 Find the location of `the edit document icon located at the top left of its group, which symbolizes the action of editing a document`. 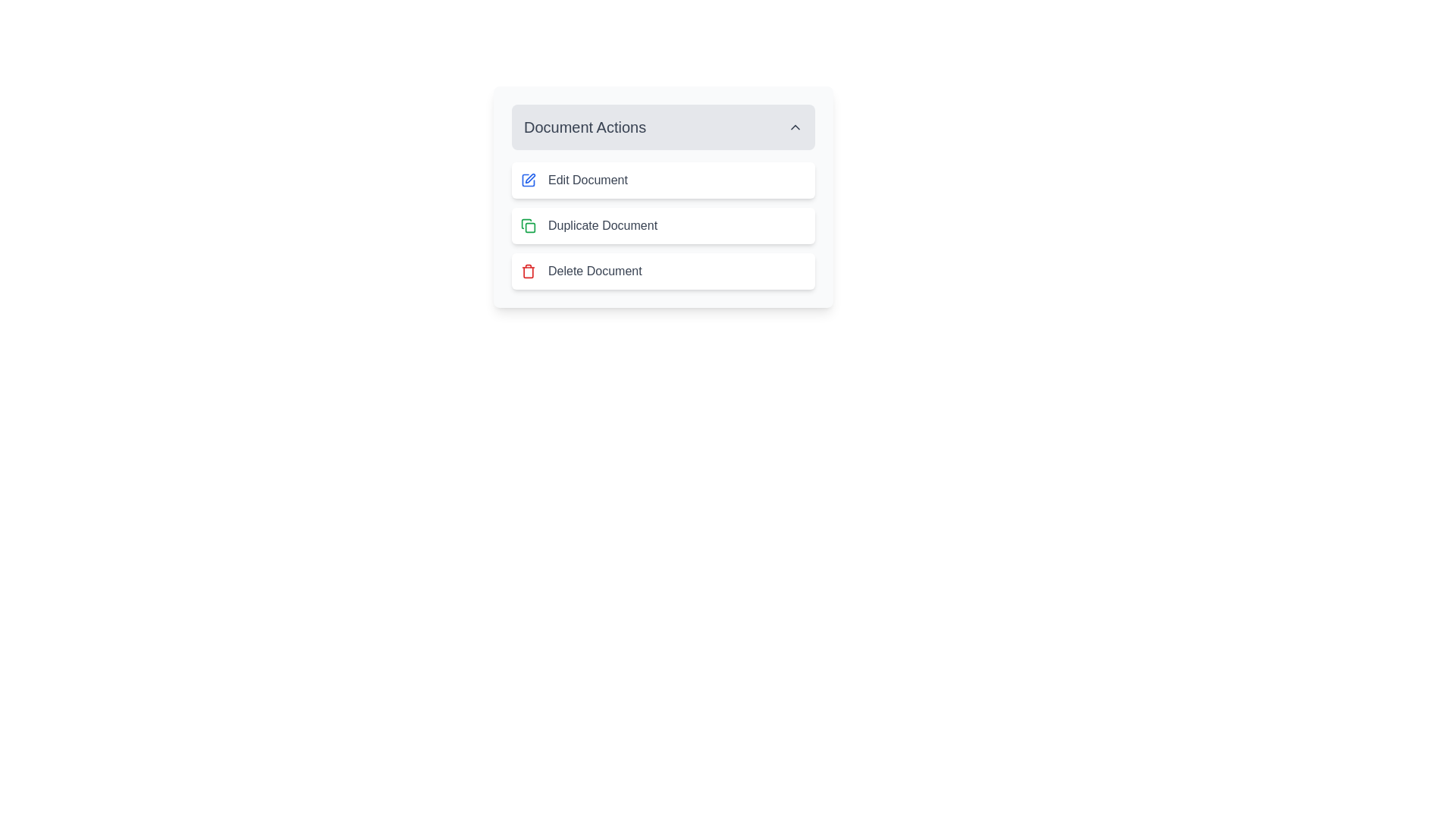

the edit document icon located at the top left of its group, which symbolizes the action of editing a document is located at coordinates (528, 180).